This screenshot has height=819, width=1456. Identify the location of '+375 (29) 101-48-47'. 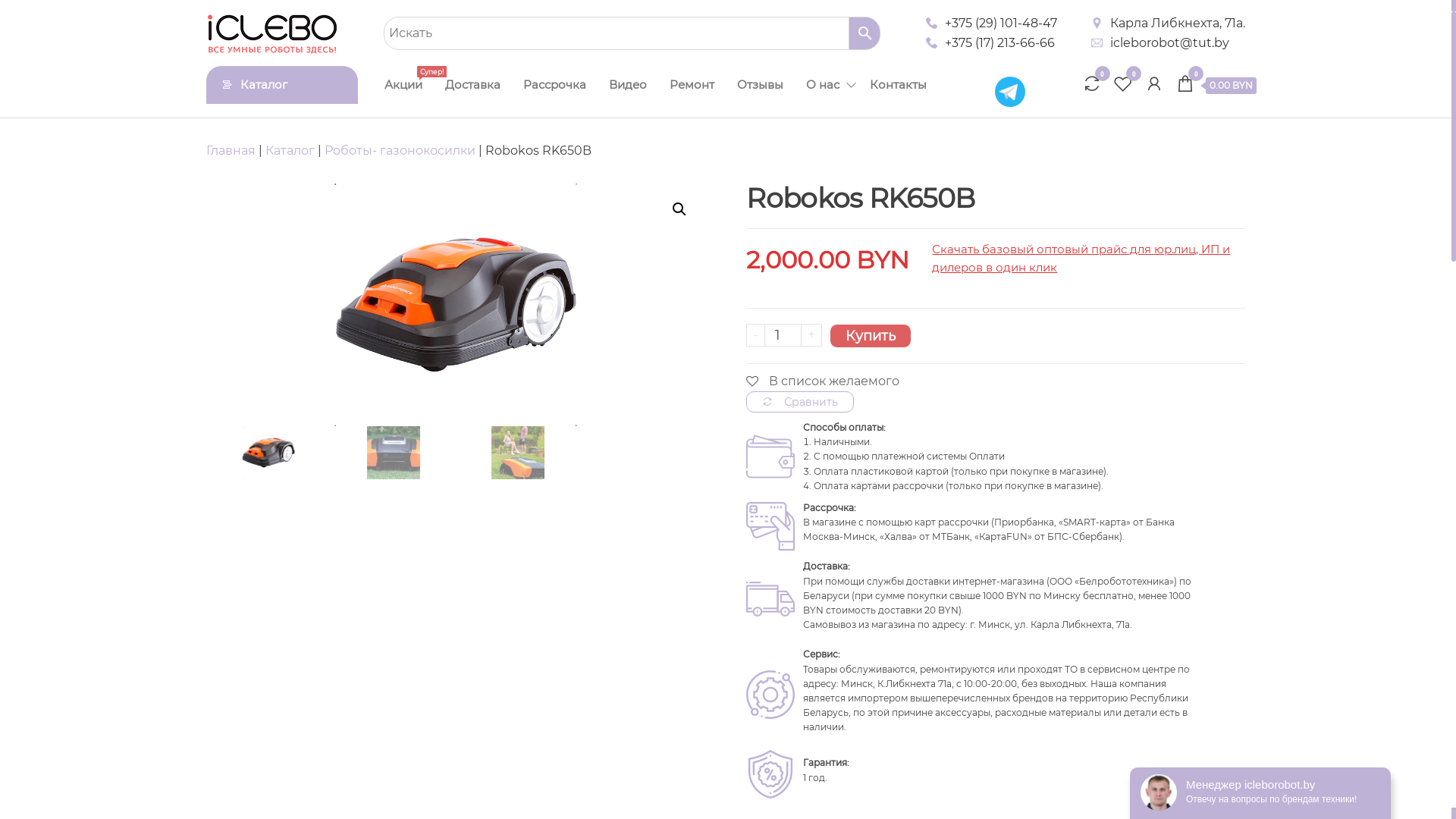
(1001, 23).